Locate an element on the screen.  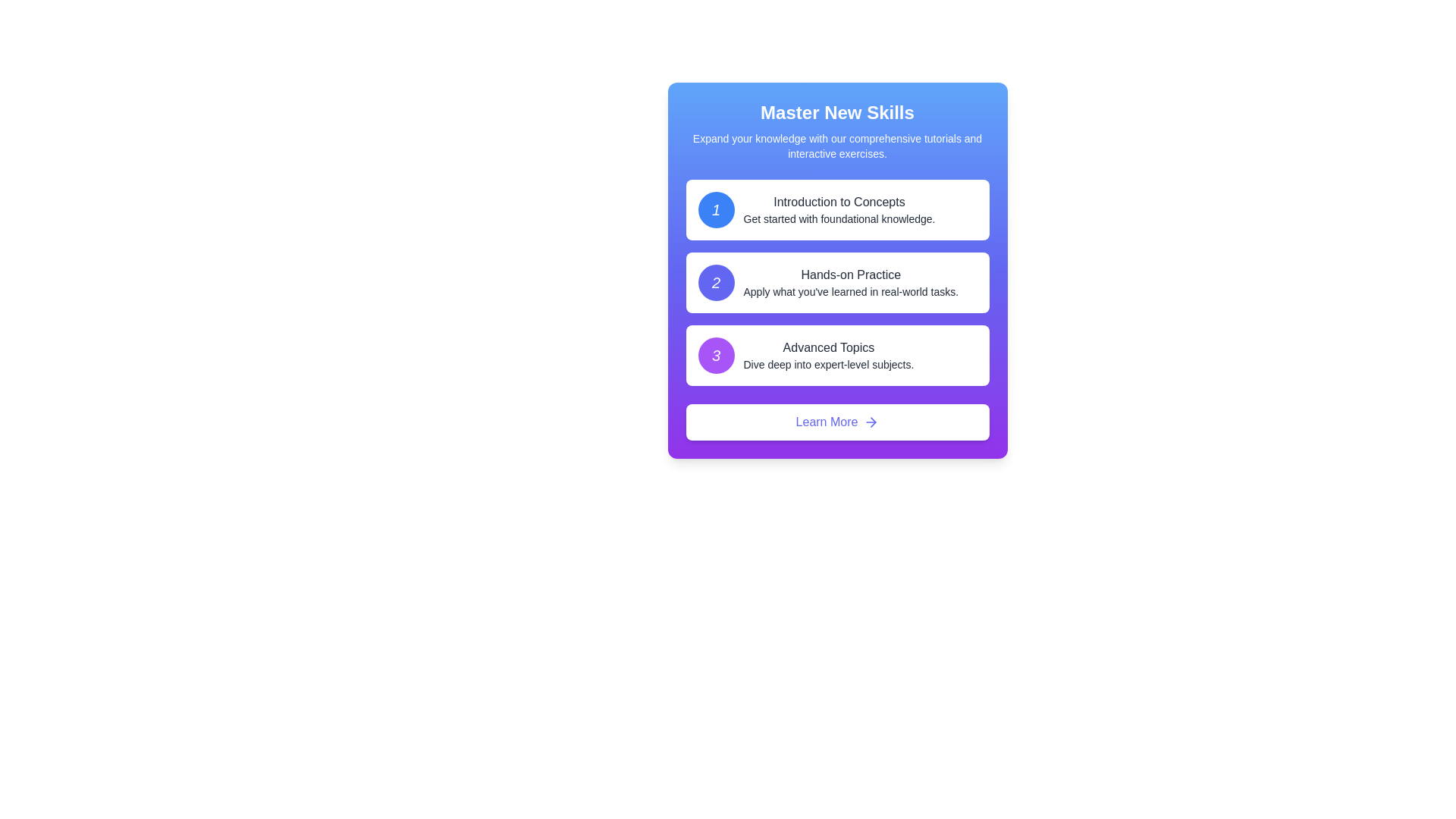
the 'Advanced Topics' label, which is a medium-weight font text label located within a purple section of a vertically-aligned card layout as the third item in the list is located at coordinates (827, 348).